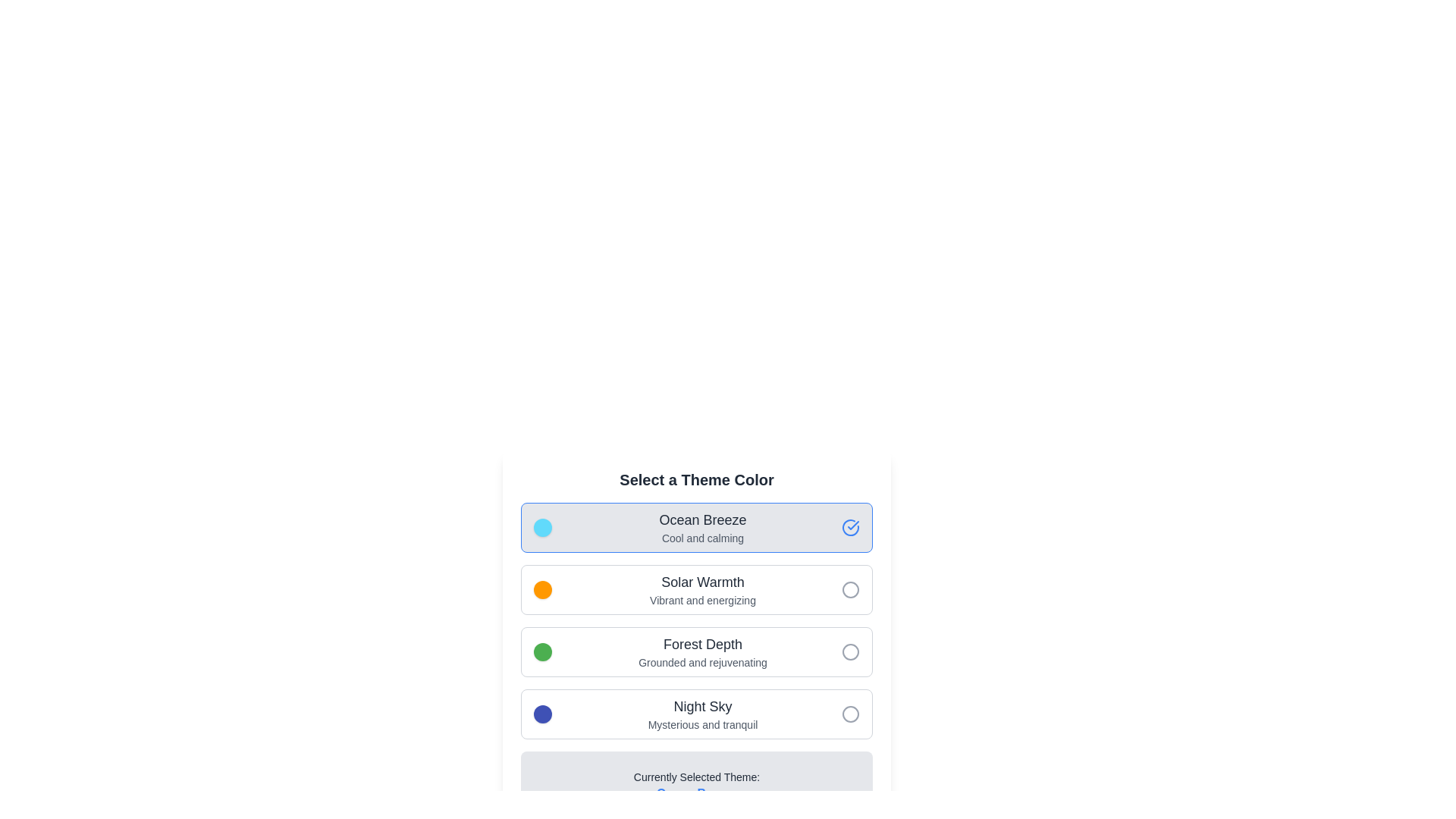  I want to click on the 'Solar Warmth' selection button, so click(695, 589).